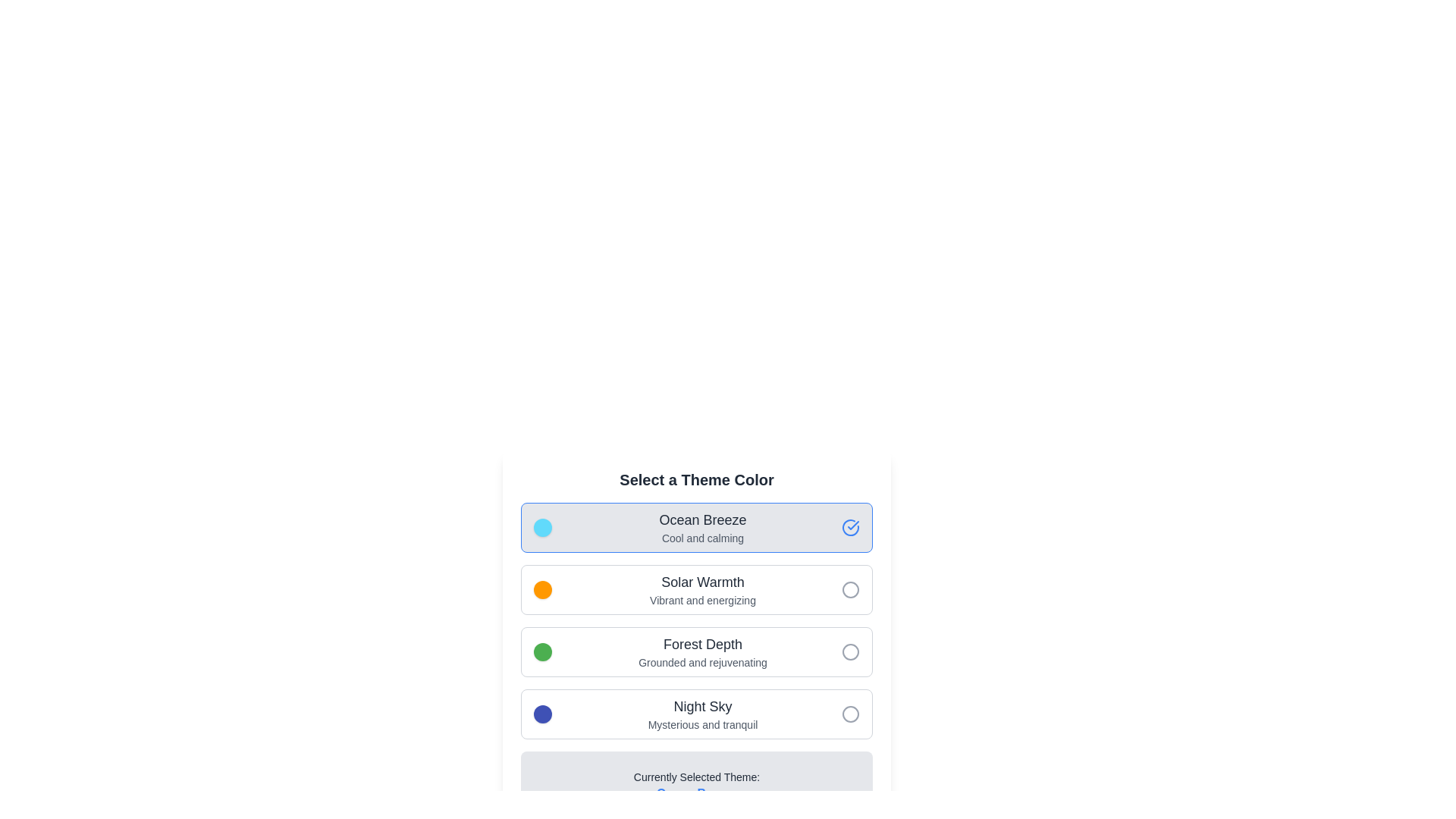  I want to click on the 'Solar Warmth' selection button, so click(695, 589).